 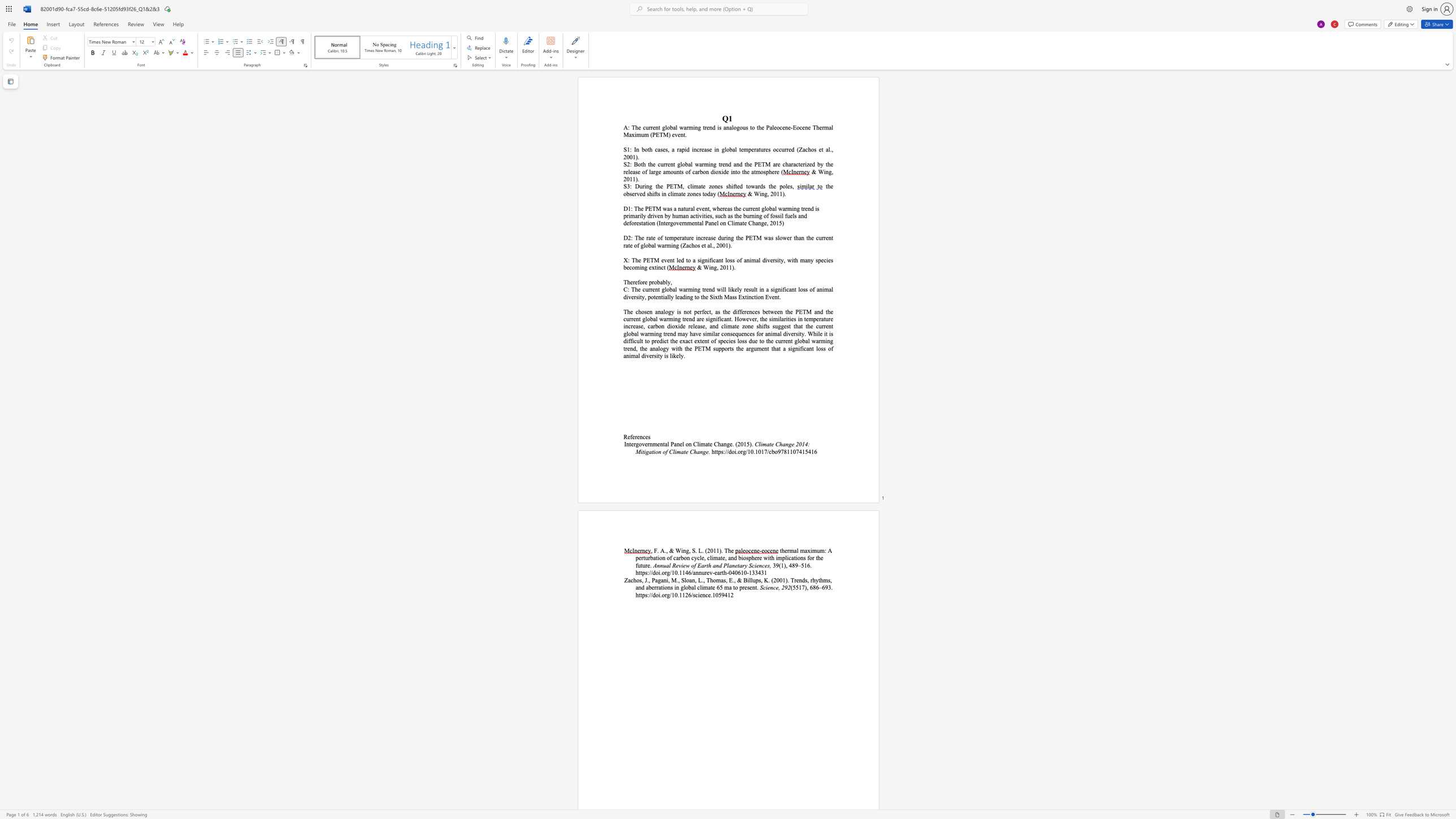 I want to click on the 2th character "w" in the text, so click(x=718, y=289).